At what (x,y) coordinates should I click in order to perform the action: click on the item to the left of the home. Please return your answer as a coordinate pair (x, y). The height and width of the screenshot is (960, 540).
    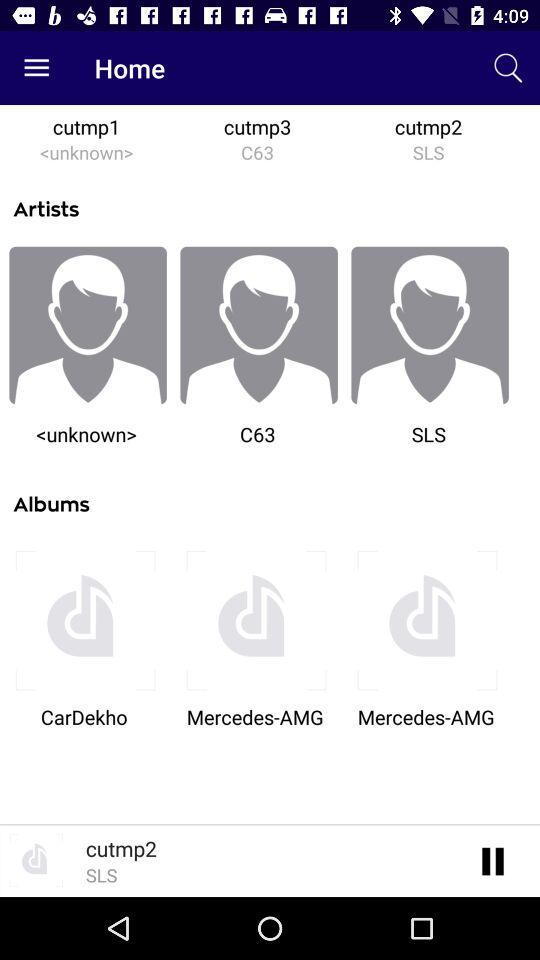
    Looking at the image, I should click on (36, 68).